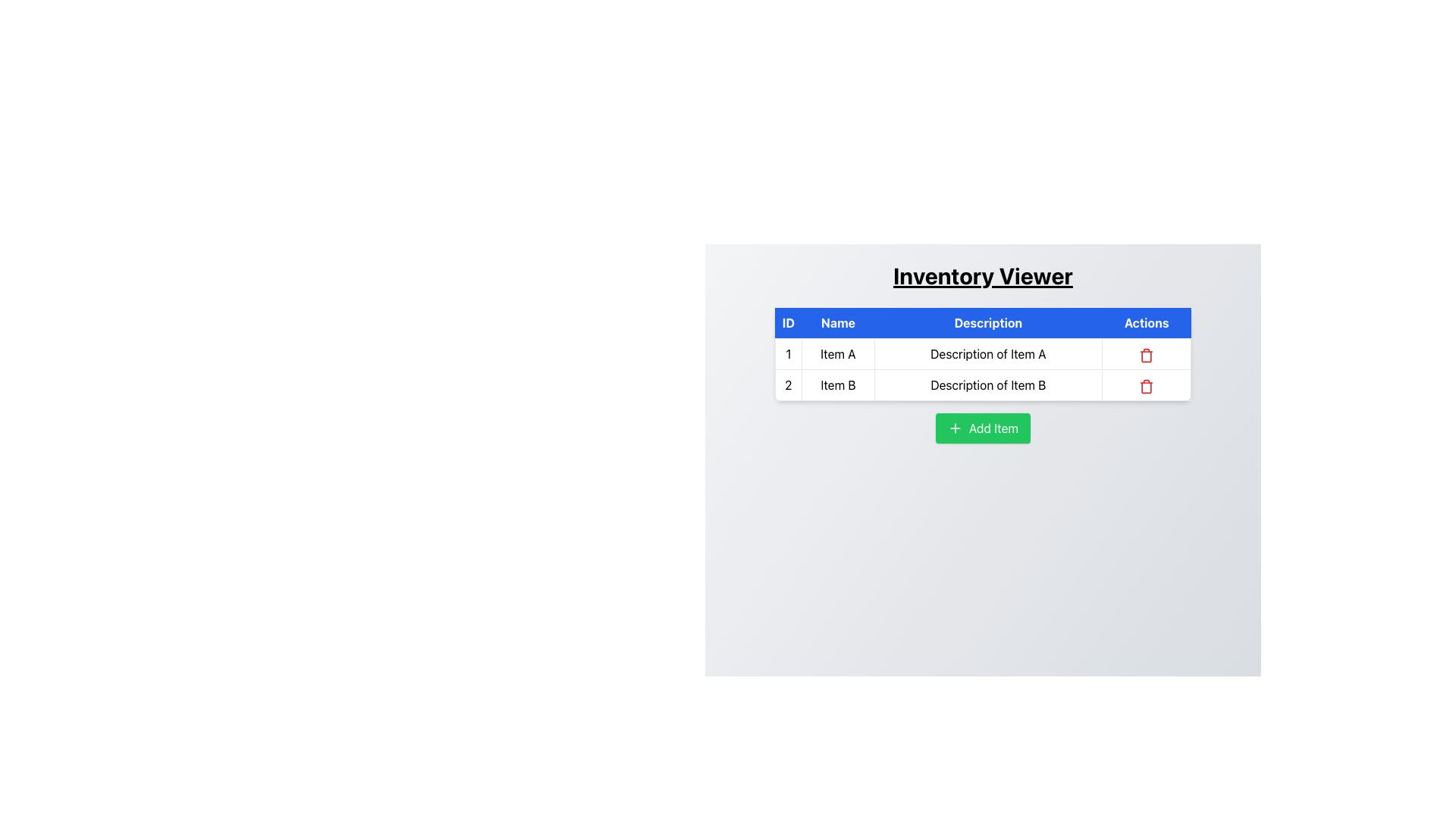 This screenshot has width=1456, height=819. I want to click on static text label displaying the number '1' located in the first column of the first row under the header 'ID', so click(788, 353).